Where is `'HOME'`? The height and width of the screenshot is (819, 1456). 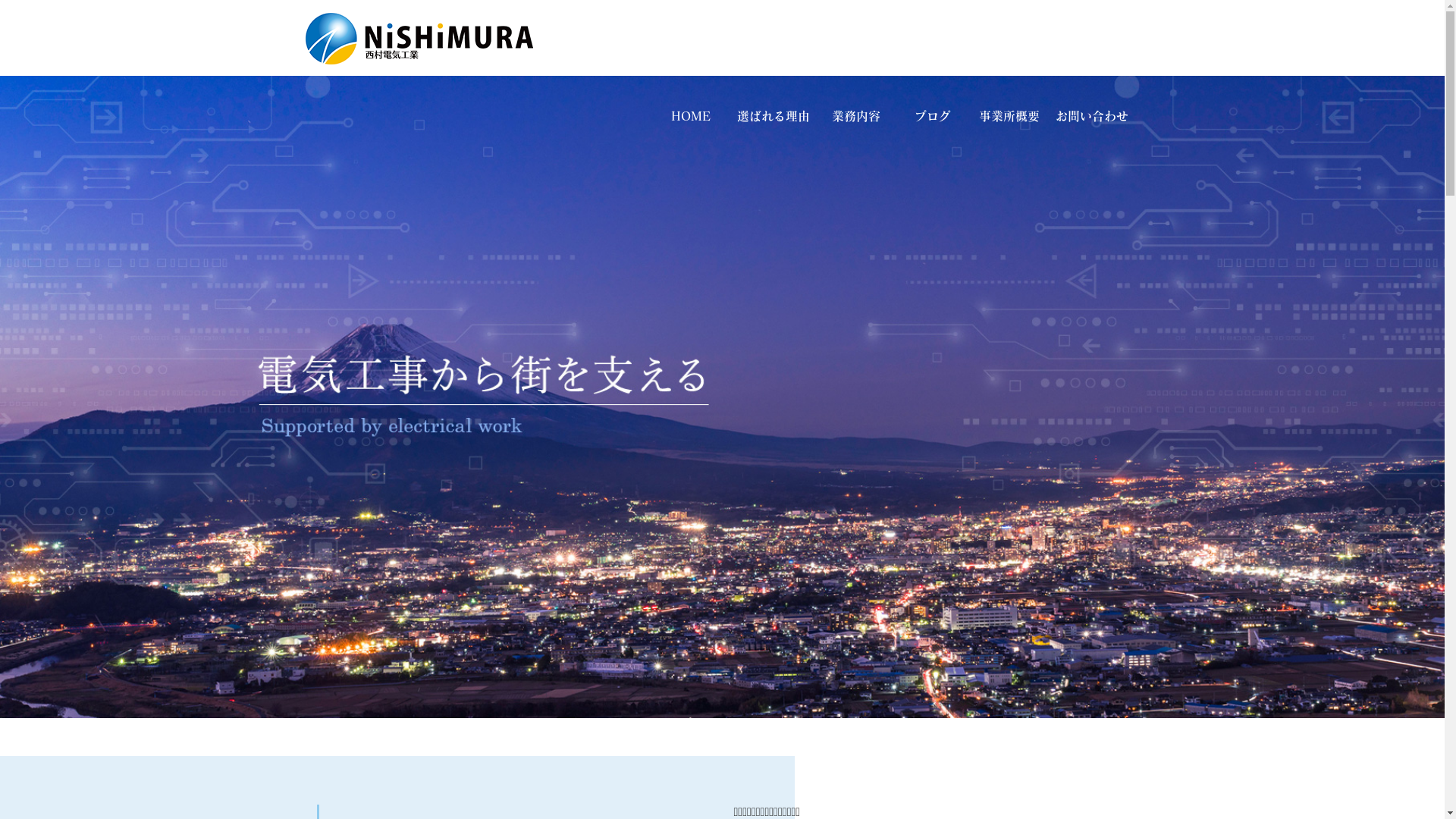 'HOME' is located at coordinates (651, 115).